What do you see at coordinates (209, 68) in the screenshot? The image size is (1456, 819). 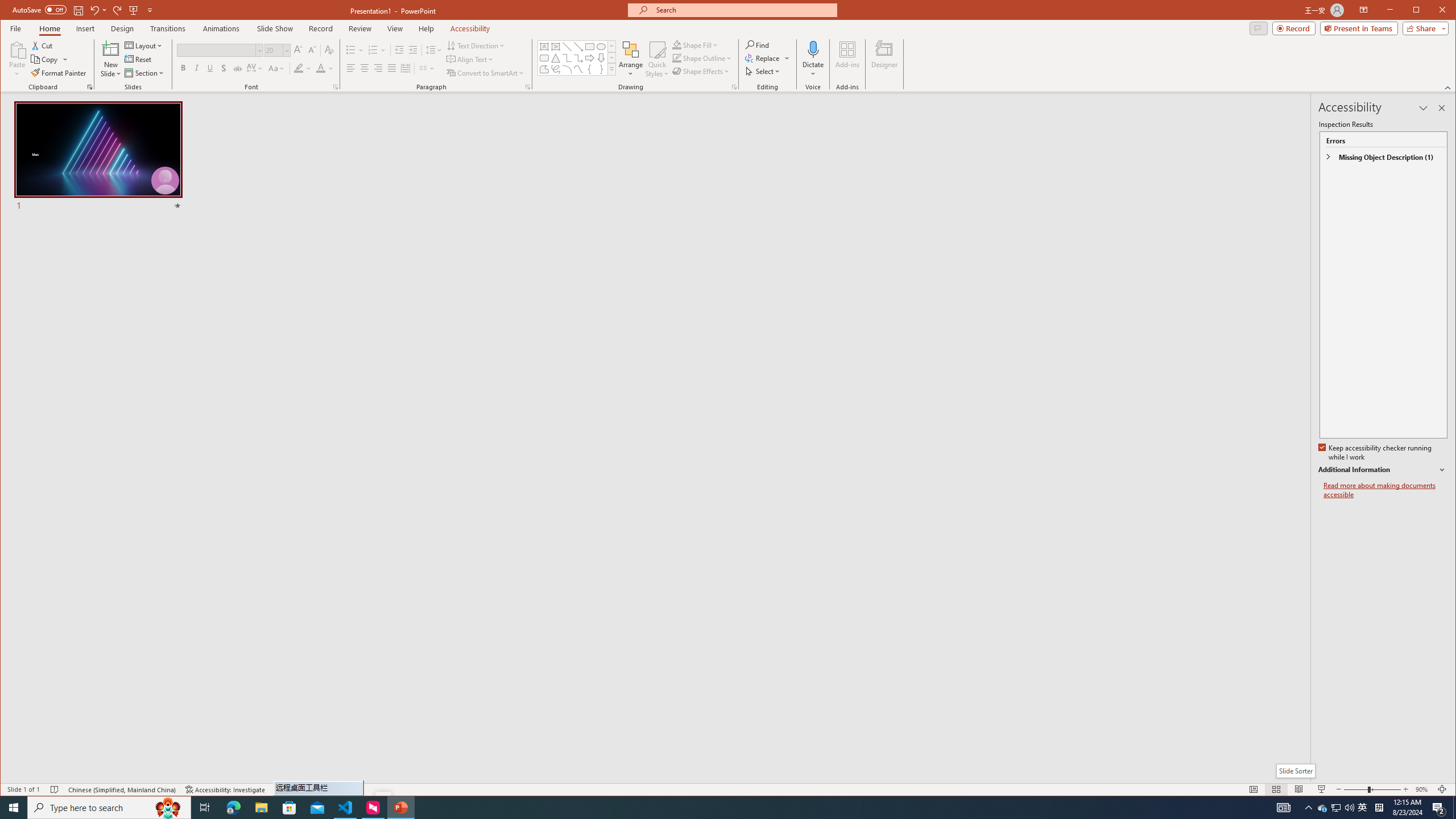 I see `'Underline'` at bounding box center [209, 68].